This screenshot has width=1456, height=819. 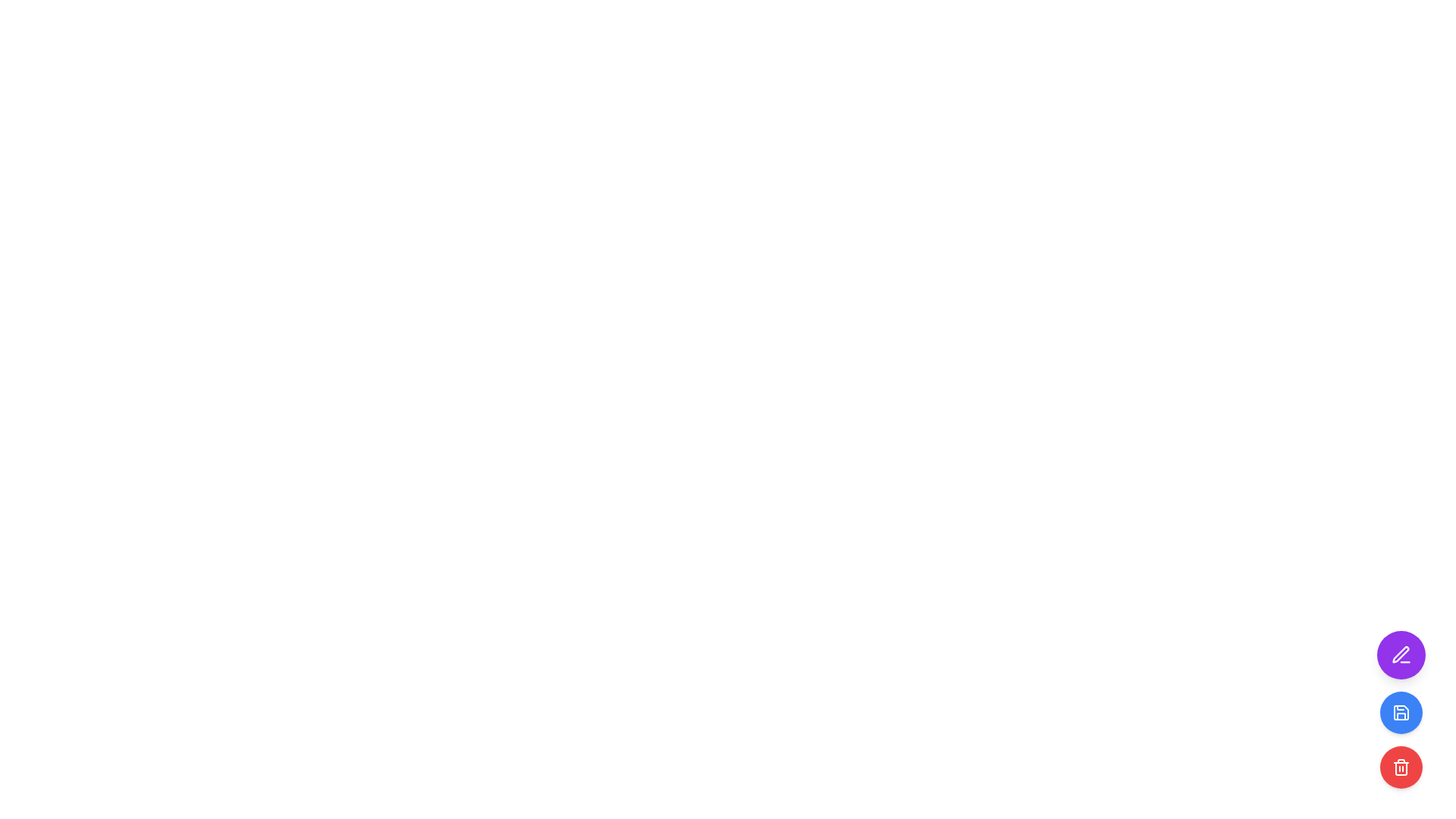 I want to click on the save button located in the lower right quadrant of the interface, positioned between the purple 'edit' button above and the red 'delete' button below, so click(x=1401, y=713).